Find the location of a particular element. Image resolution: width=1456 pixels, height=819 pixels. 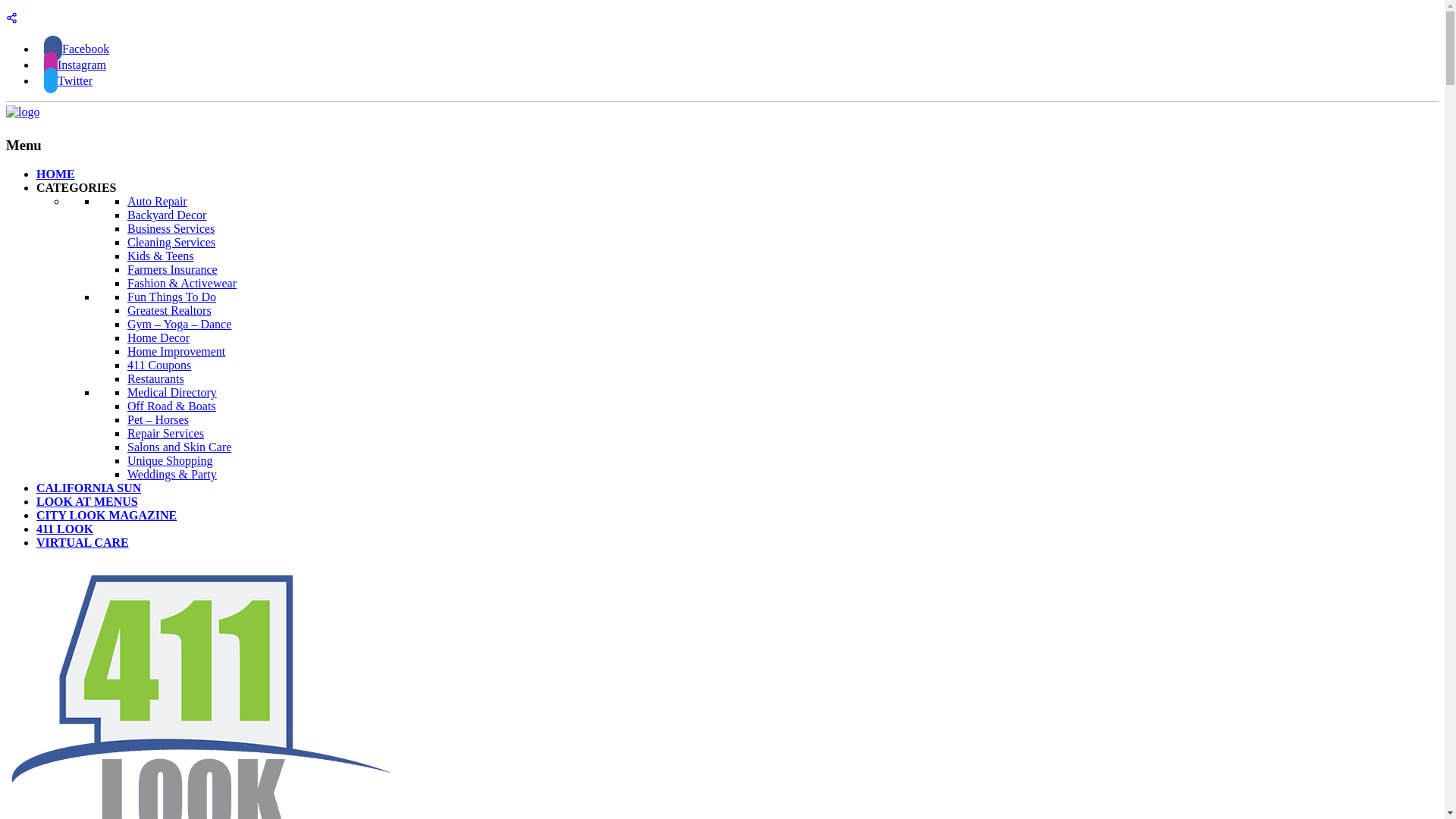

'Home Improvement' is located at coordinates (176, 351).